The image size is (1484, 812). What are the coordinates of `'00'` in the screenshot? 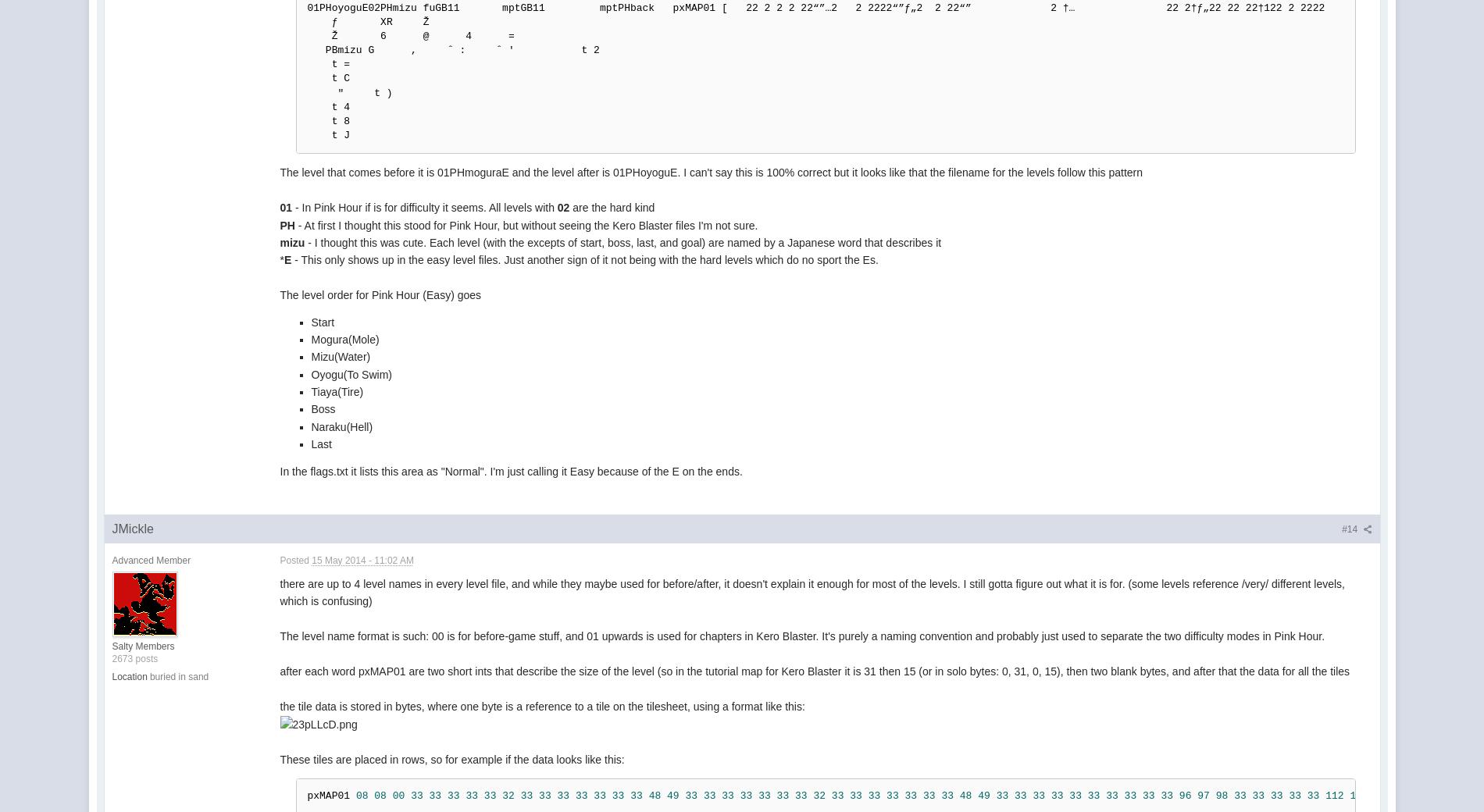 It's located at (391, 796).